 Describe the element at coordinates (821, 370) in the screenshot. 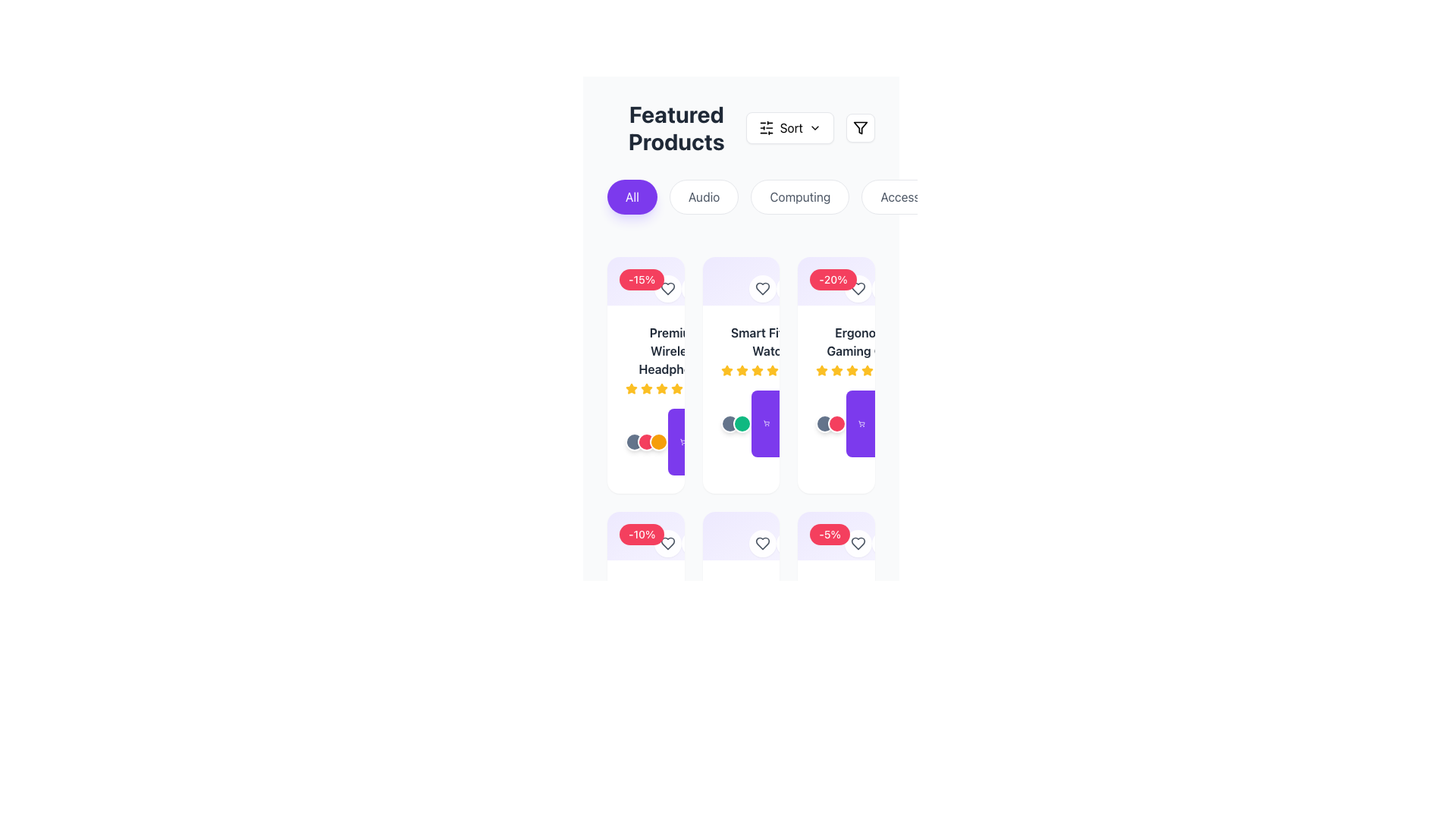

I see `the second yellow star in the 5-star rating system beneath the product name and above the product description` at that location.